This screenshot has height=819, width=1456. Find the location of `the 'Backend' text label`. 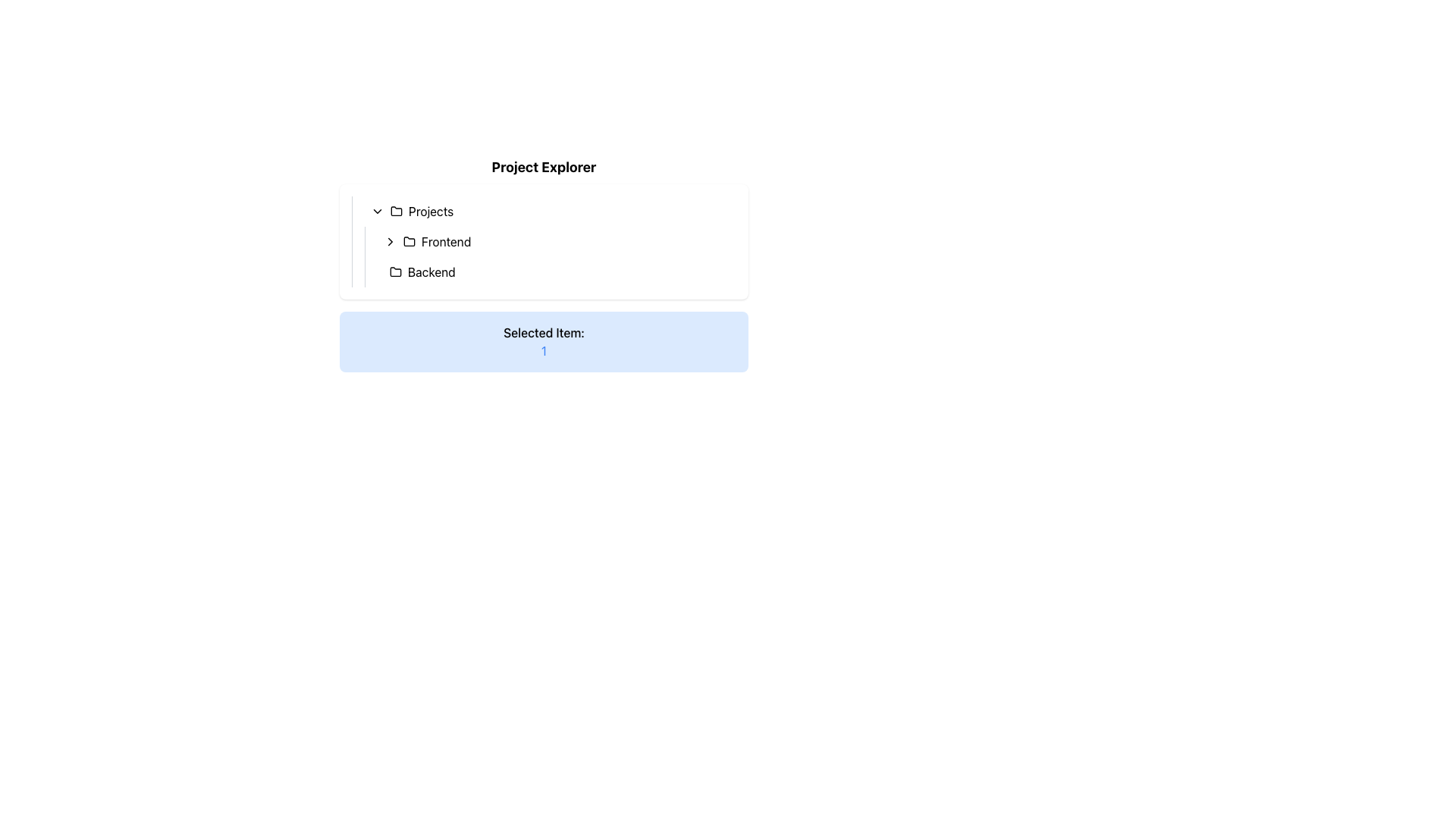

the 'Backend' text label is located at coordinates (431, 271).